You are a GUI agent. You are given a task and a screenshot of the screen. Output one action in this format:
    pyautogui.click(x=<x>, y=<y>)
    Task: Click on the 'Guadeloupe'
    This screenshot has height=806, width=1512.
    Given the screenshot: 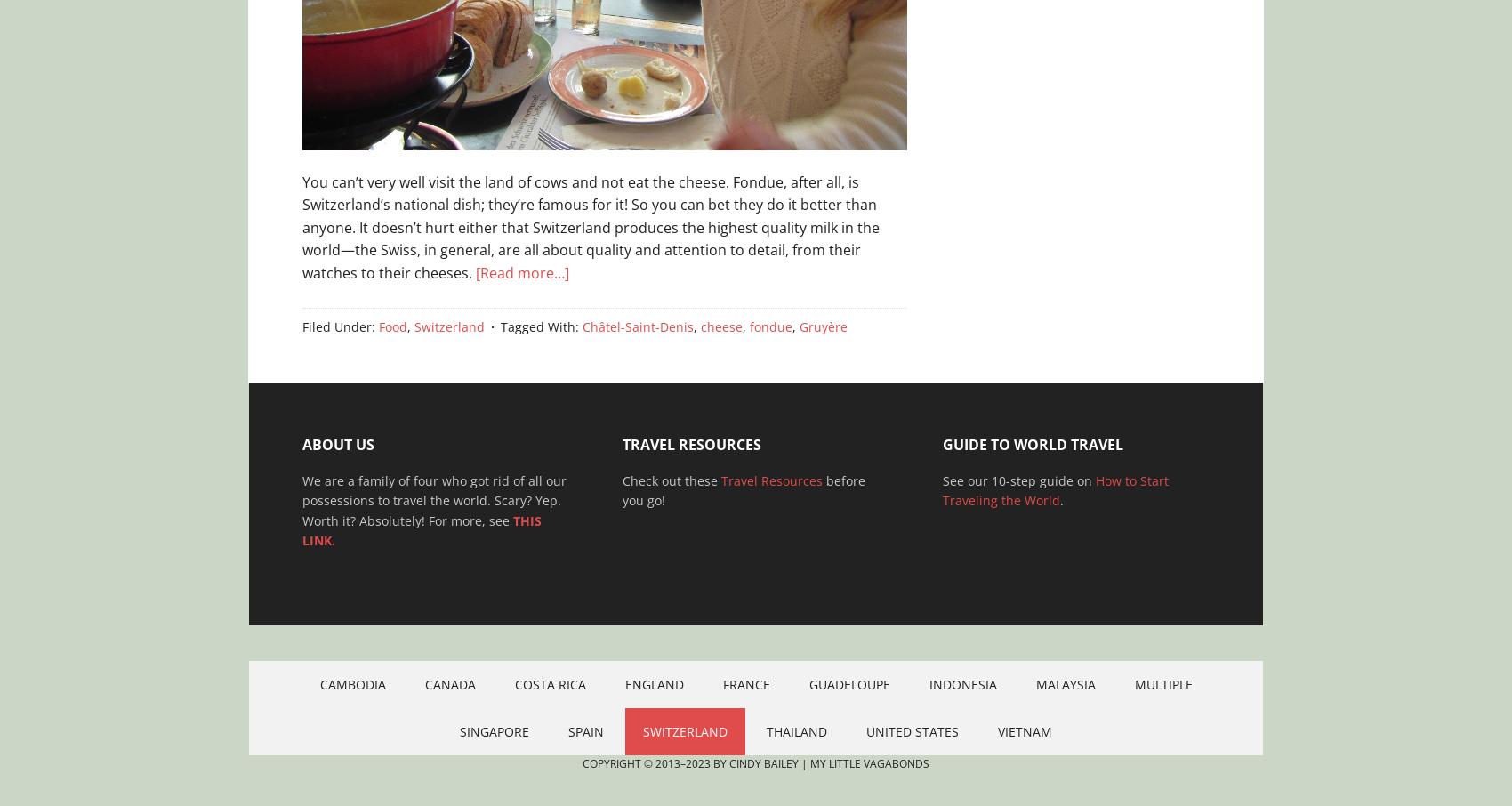 What is the action you would take?
    pyautogui.click(x=848, y=683)
    